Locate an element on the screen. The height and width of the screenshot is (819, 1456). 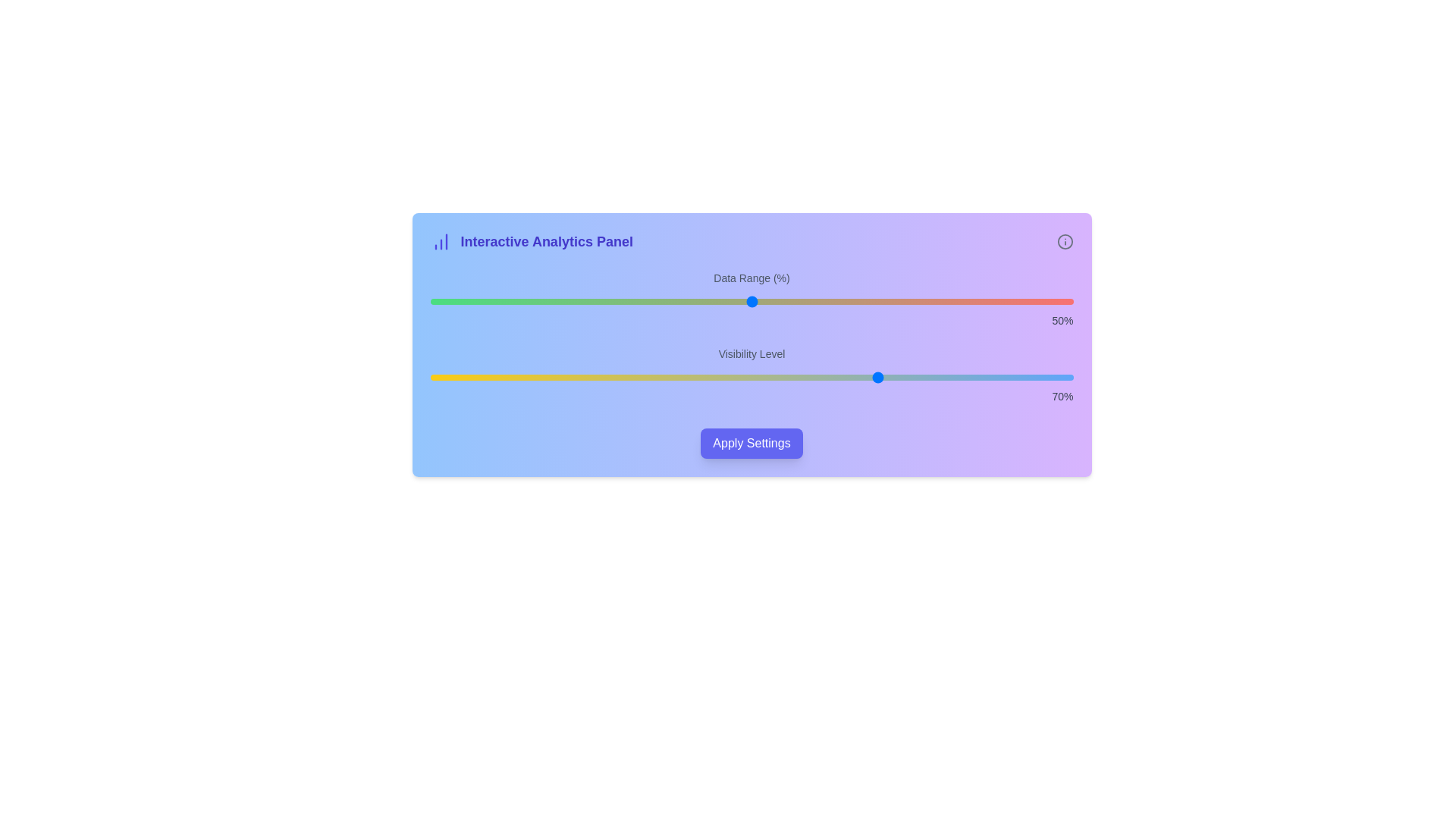
the 'Visibility Level' slider to set its value to 29% is located at coordinates (617, 376).